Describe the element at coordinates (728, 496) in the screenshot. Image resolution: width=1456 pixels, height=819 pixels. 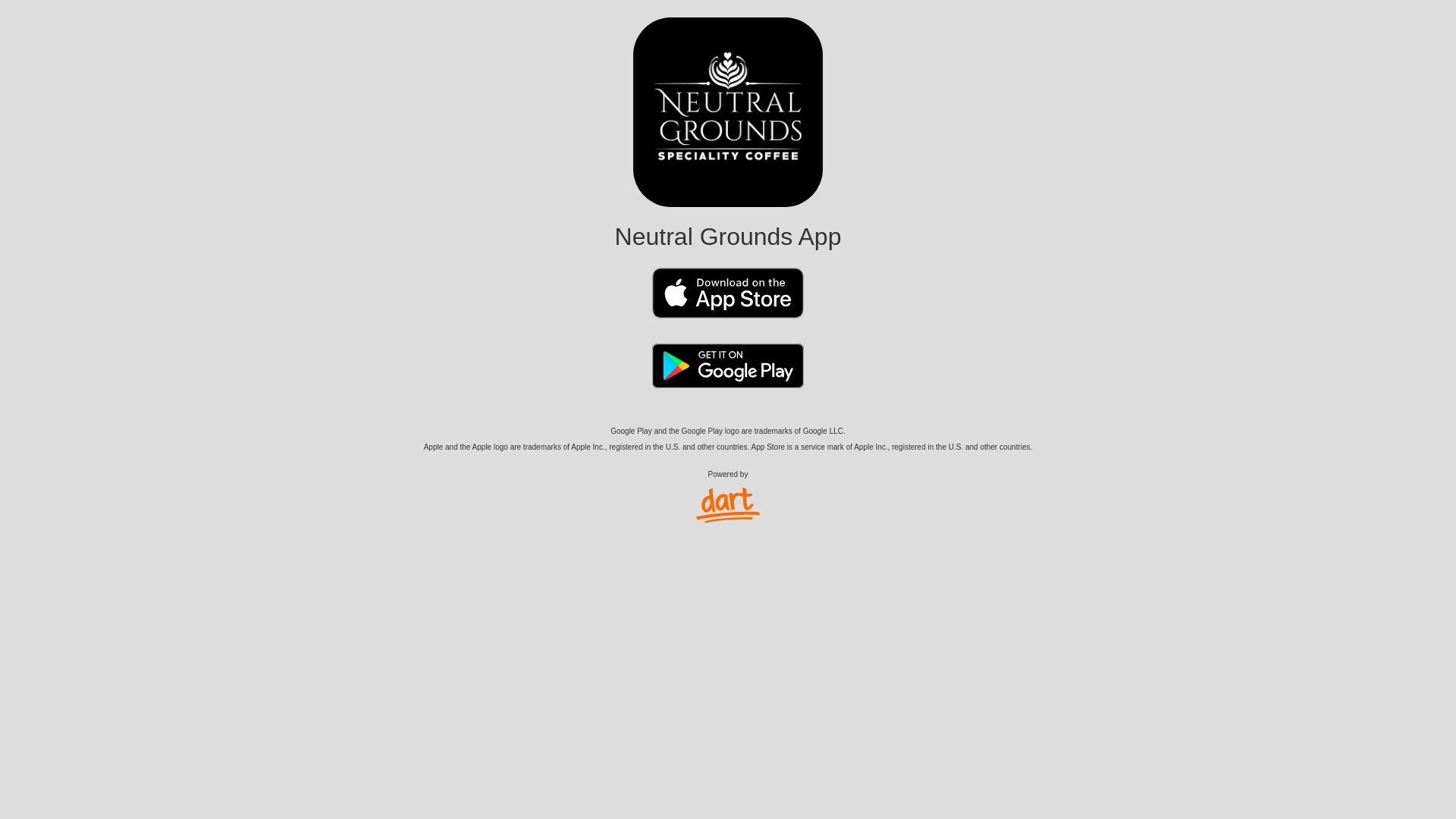
I see `'Powered by'` at that location.